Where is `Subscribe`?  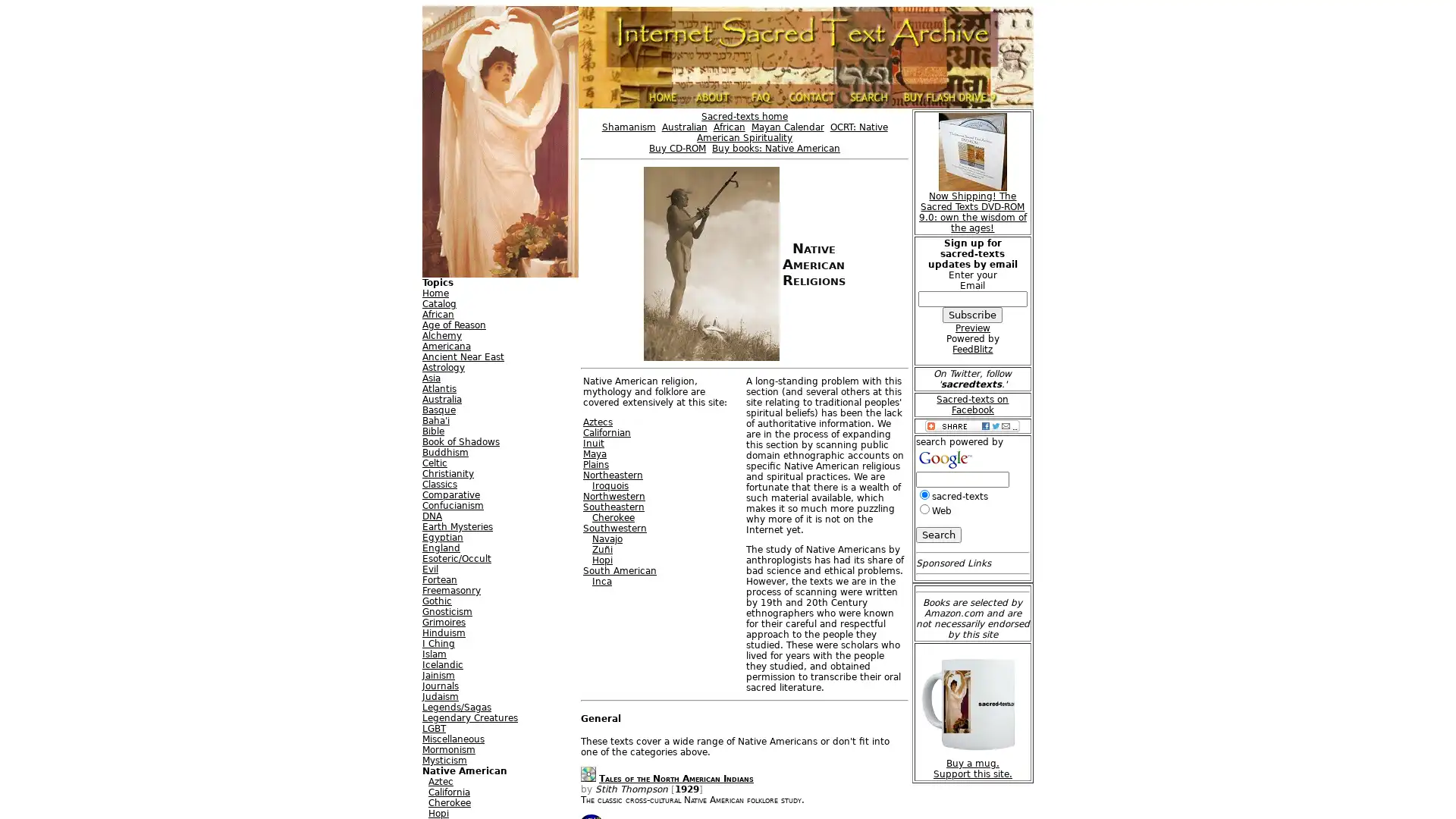 Subscribe is located at coordinates (972, 314).